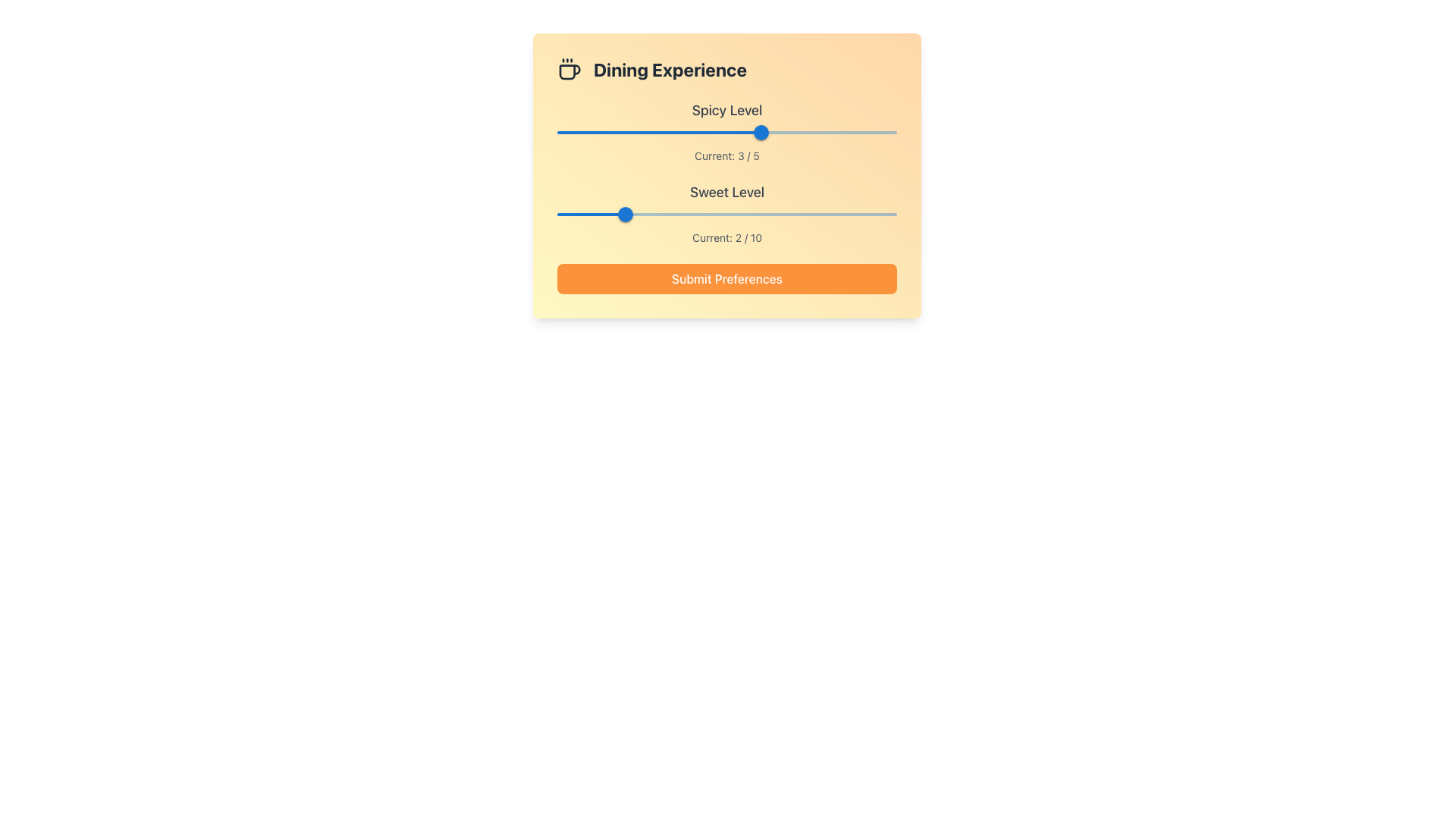 This screenshot has width=1456, height=819. Describe the element at coordinates (659, 214) in the screenshot. I see `the sweet level` at that location.